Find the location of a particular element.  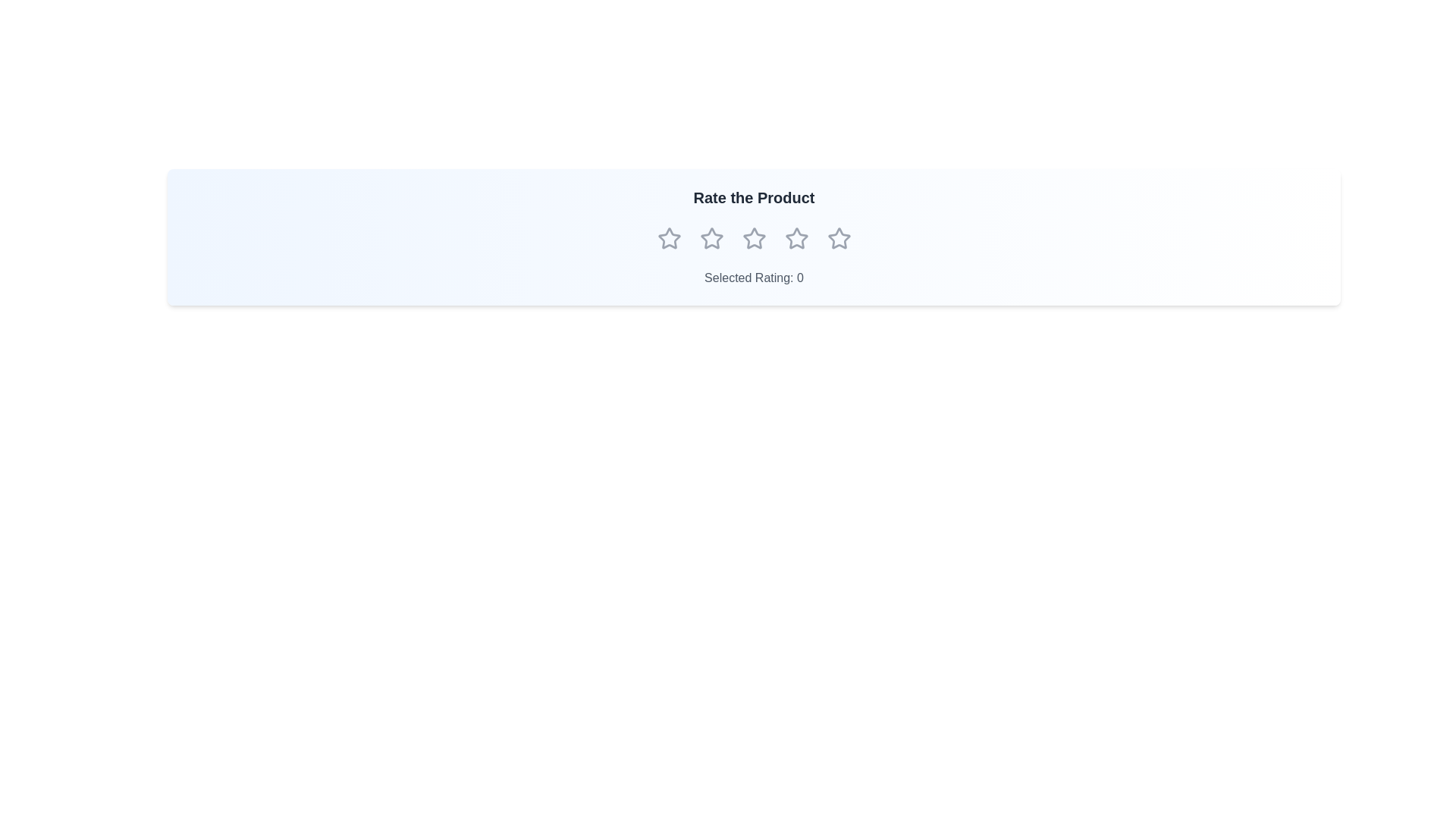

the third rating star button is located at coordinates (754, 239).